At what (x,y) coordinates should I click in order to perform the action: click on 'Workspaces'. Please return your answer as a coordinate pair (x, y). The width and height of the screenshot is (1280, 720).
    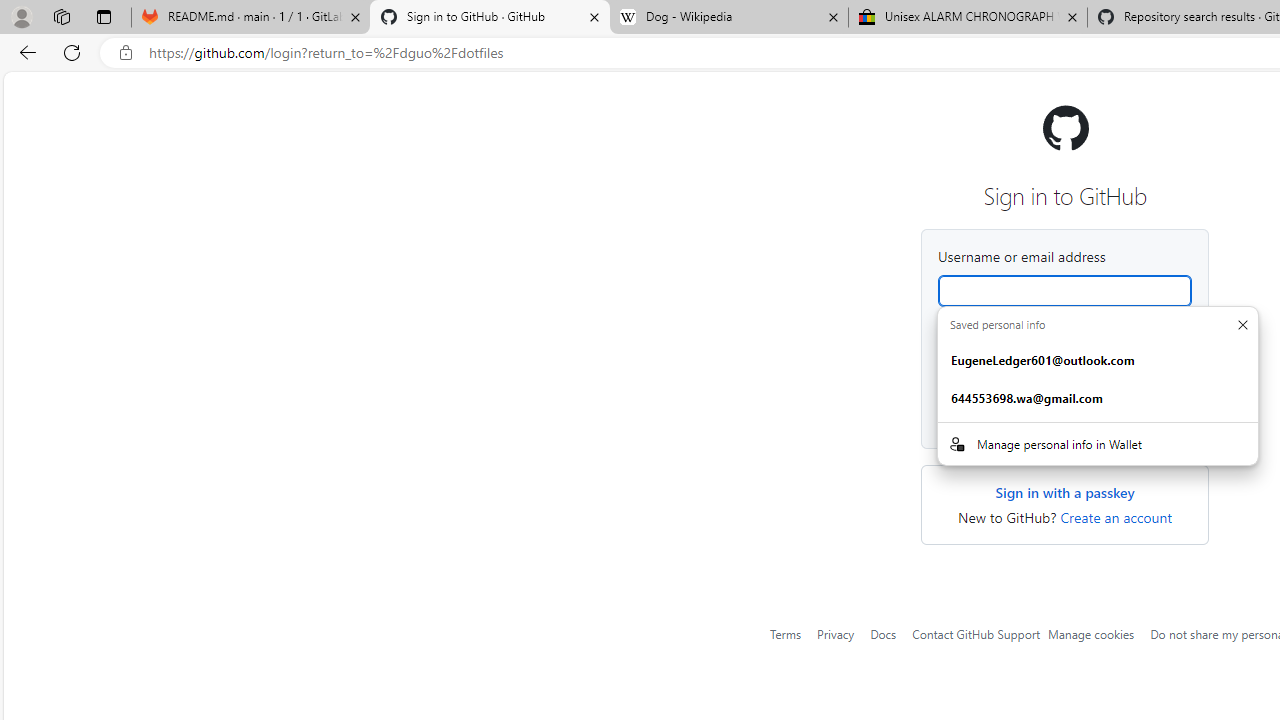
    Looking at the image, I should click on (61, 16).